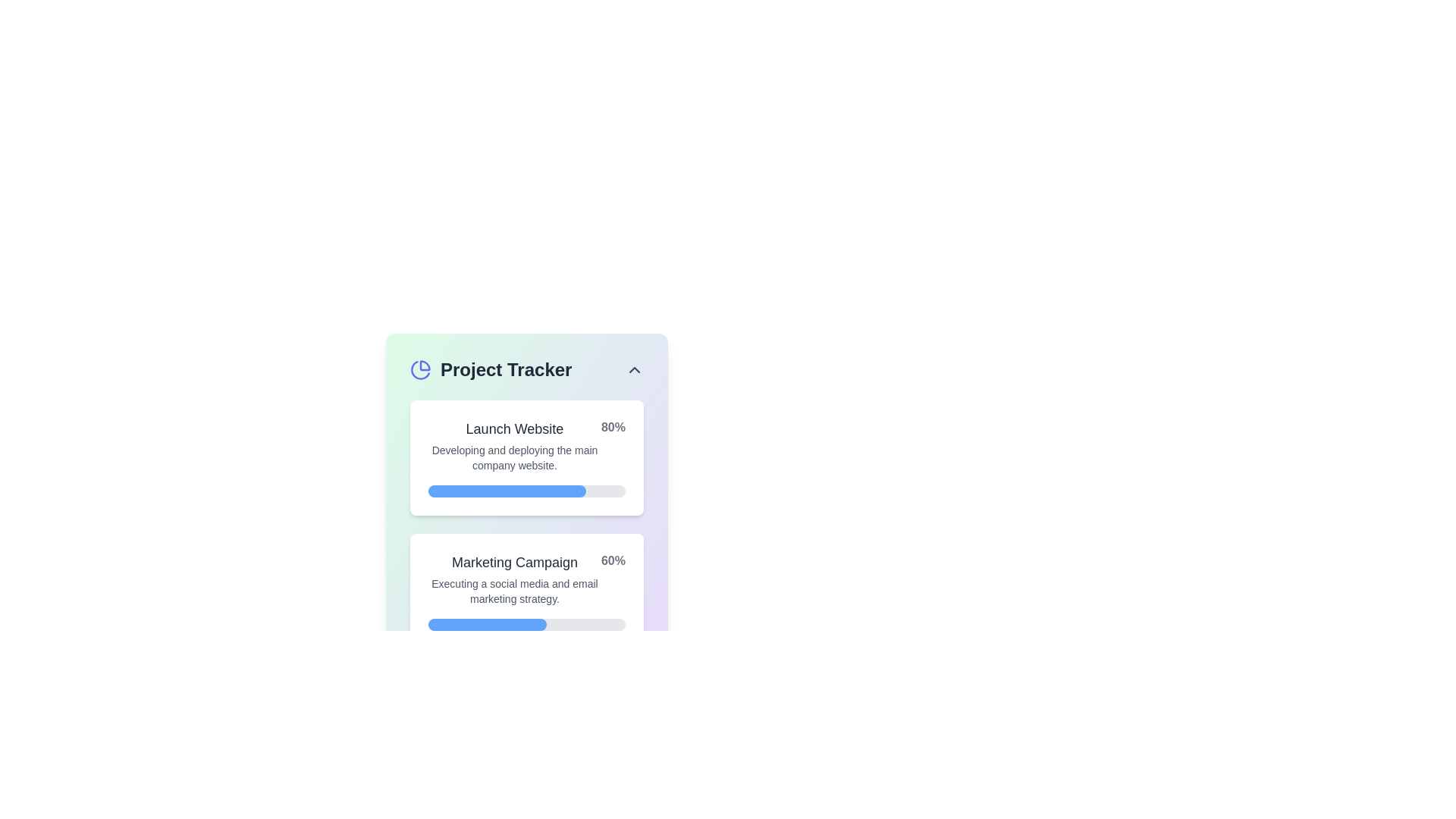 This screenshot has width=1456, height=819. What do you see at coordinates (488, 625) in the screenshot?
I see `the progress indicator bar representing 60% completion within the 'Project Tracker' interface, located below the 'Marketing Campaign' label` at bounding box center [488, 625].